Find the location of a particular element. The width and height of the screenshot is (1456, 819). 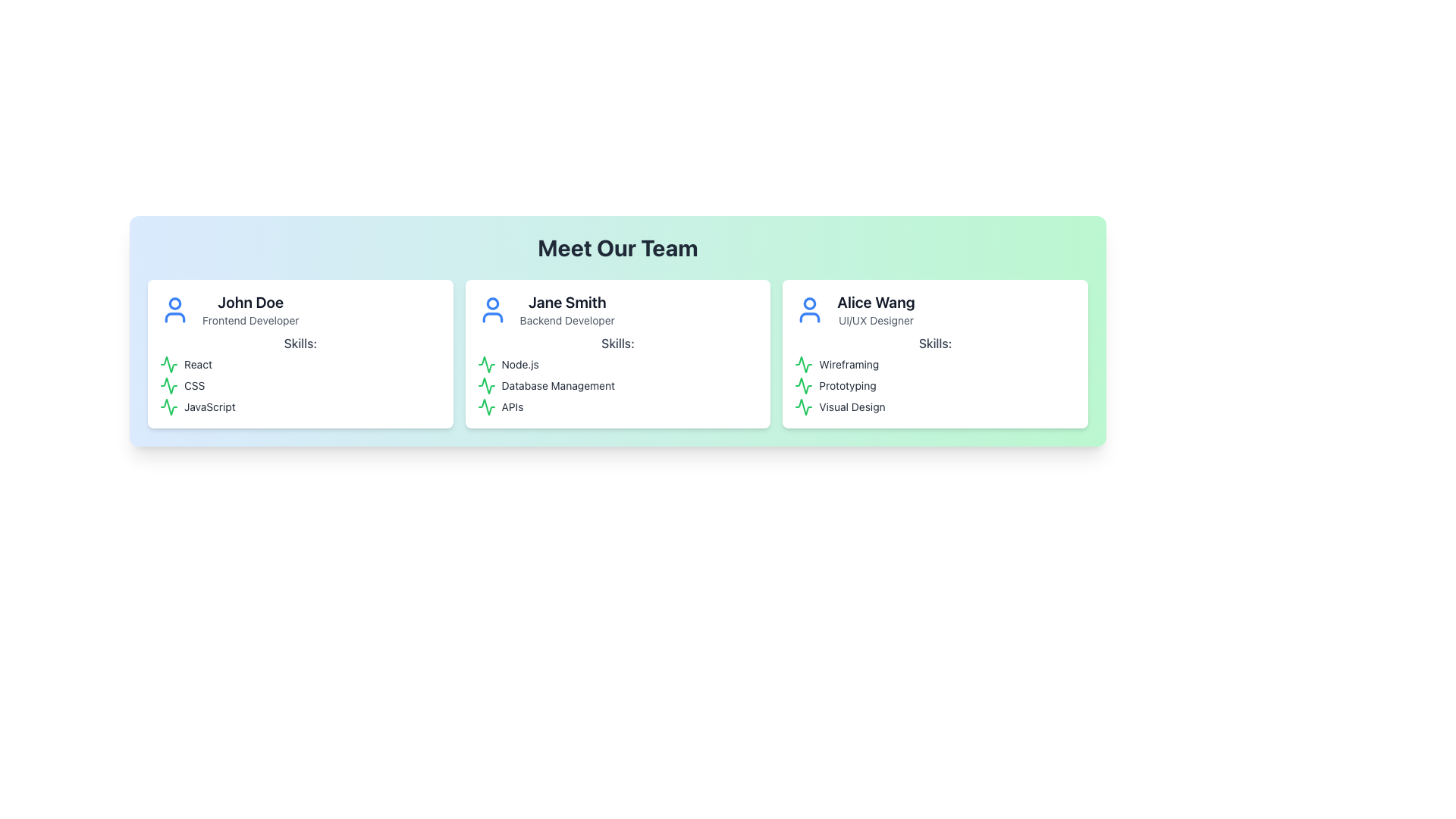

the skill icon in John Doe's profile card, which visually represents a specific skill under the 'Skills' section is located at coordinates (168, 365).